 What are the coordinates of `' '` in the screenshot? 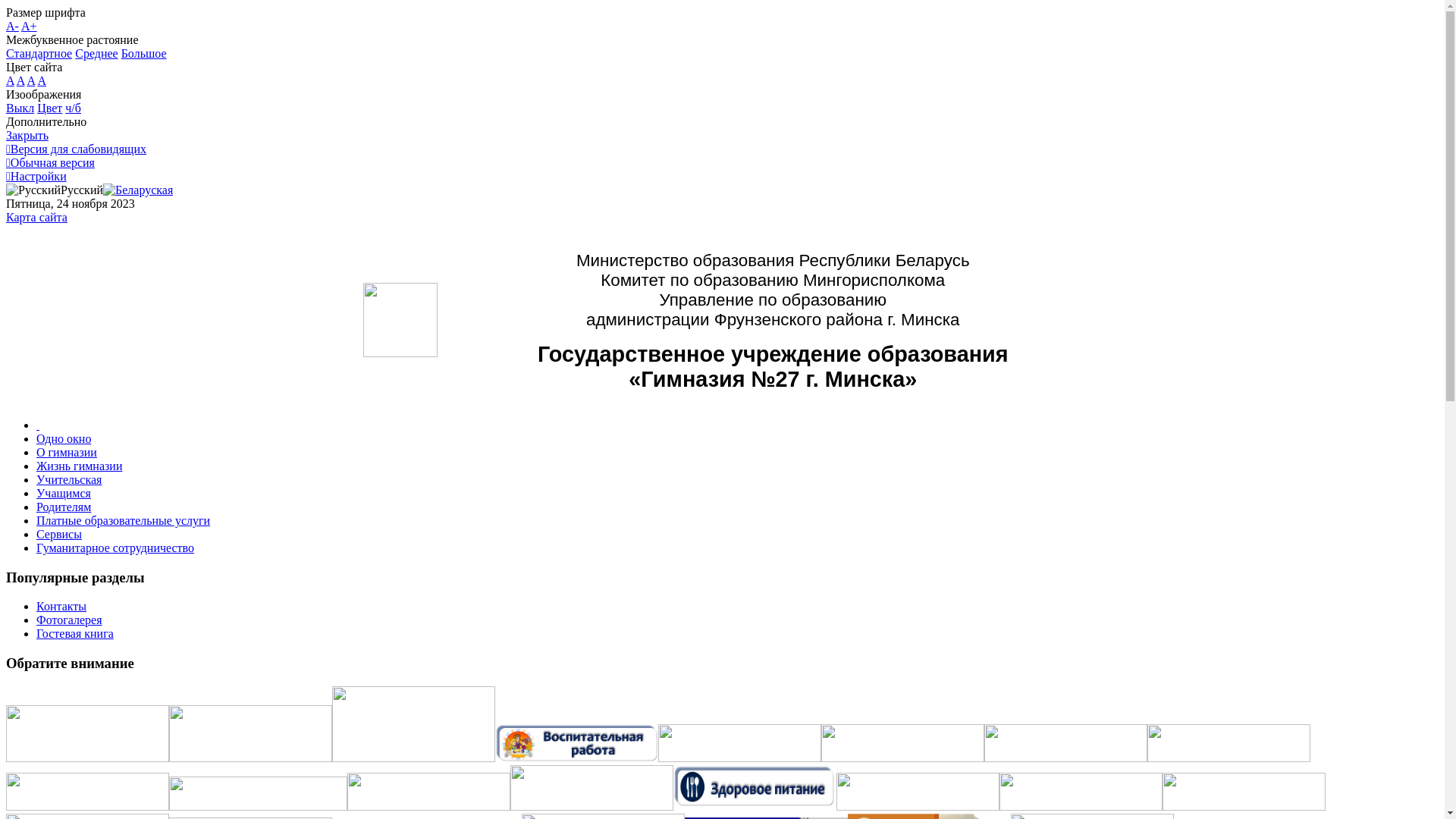 It's located at (37, 425).